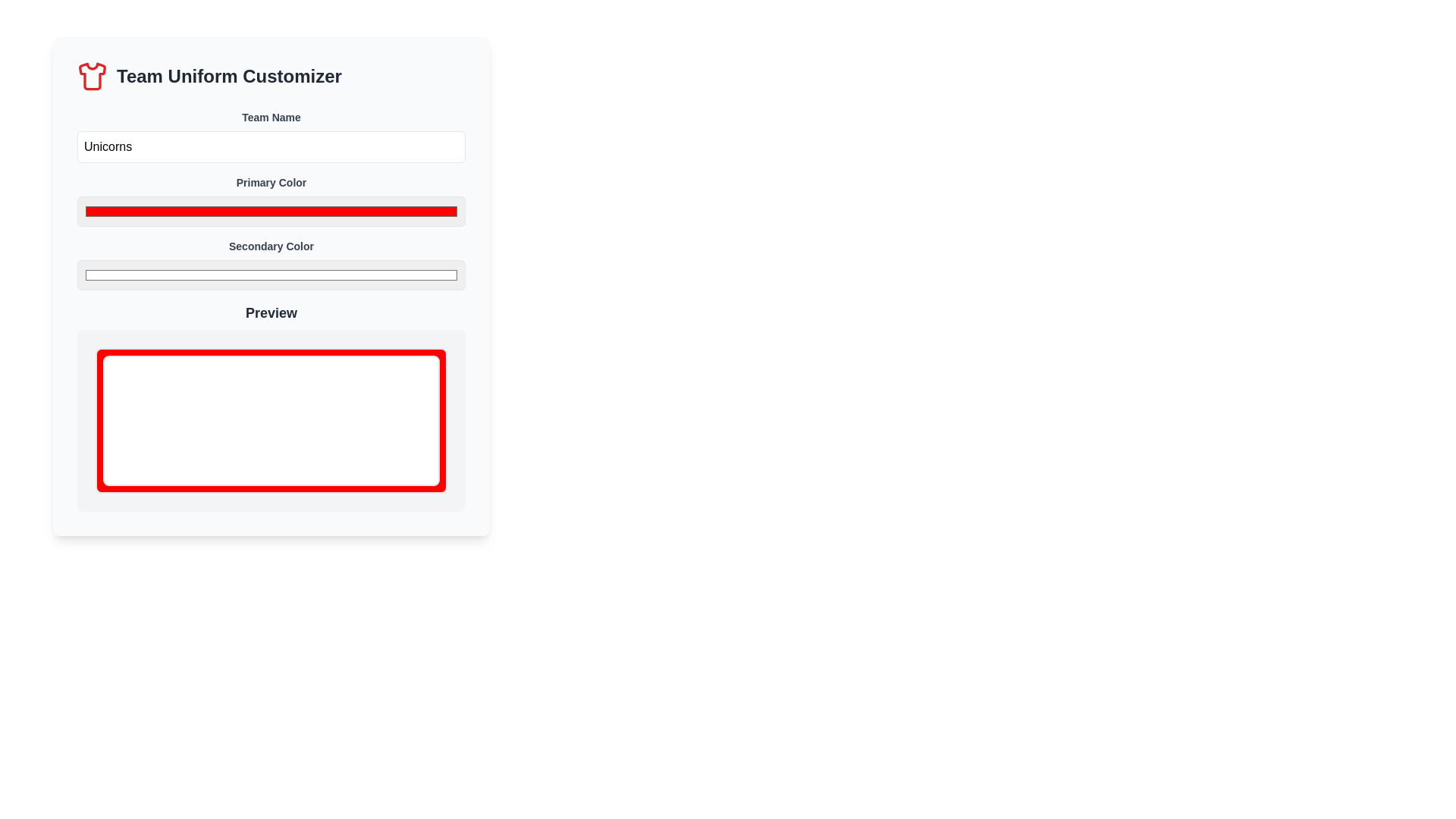 The width and height of the screenshot is (1456, 819). I want to click on the header text displaying 'Team Uniform Customizer', which is large, bold, and dark gray, located to the right of a red shirt icon in the top section of the interface, so click(228, 76).